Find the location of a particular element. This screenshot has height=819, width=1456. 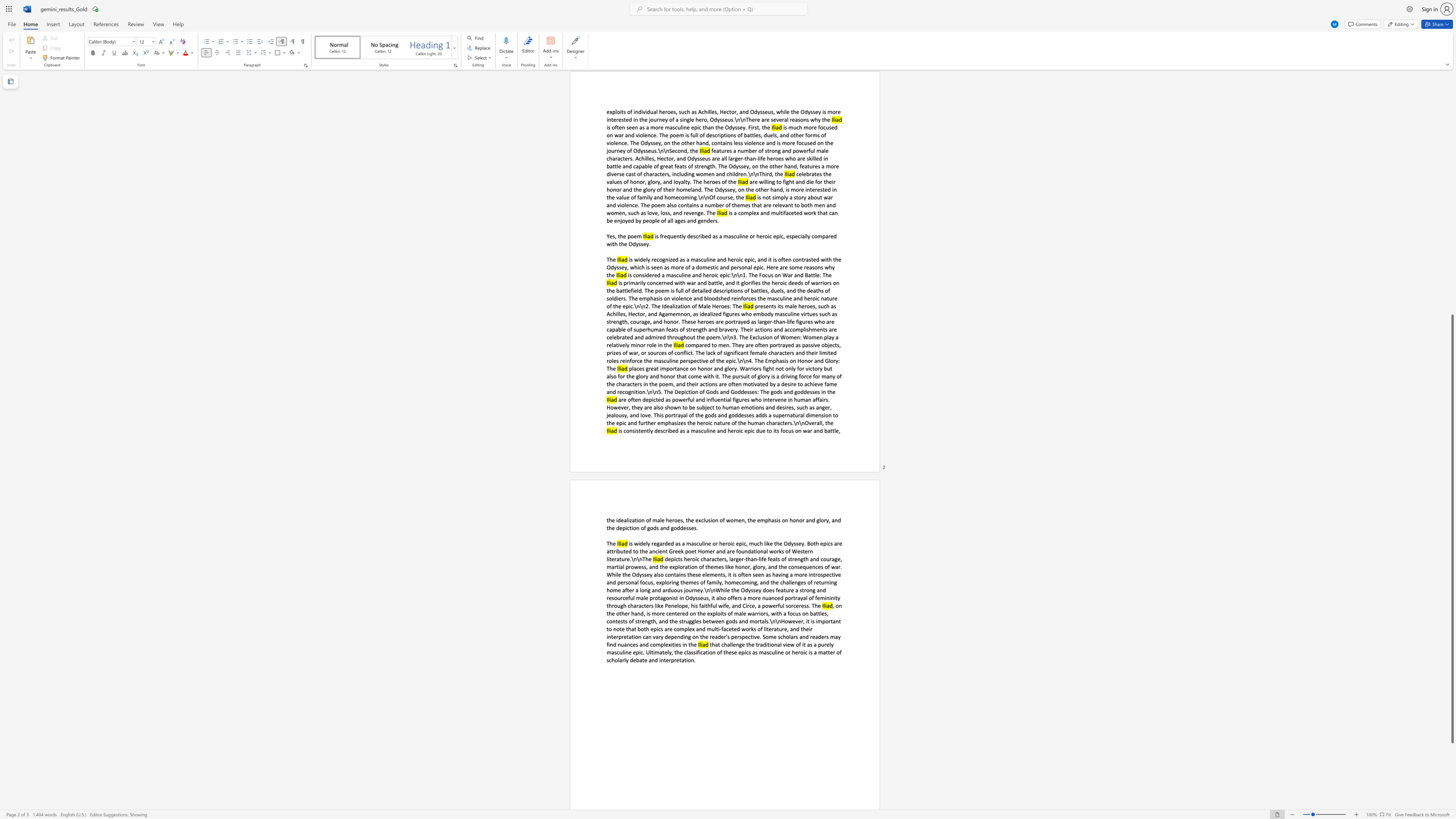

the scrollbar is located at coordinates (1451, 310).